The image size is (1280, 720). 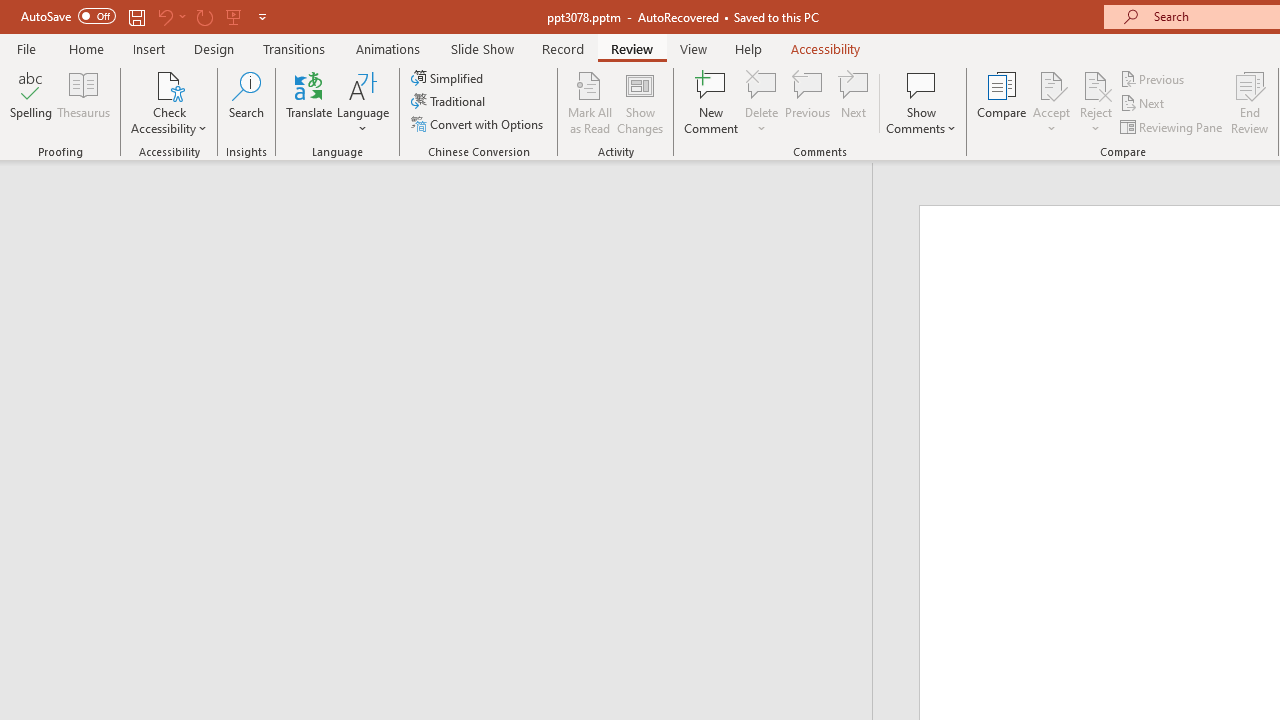 I want to click on 'Accept Change', so click(x=1050, y=84).